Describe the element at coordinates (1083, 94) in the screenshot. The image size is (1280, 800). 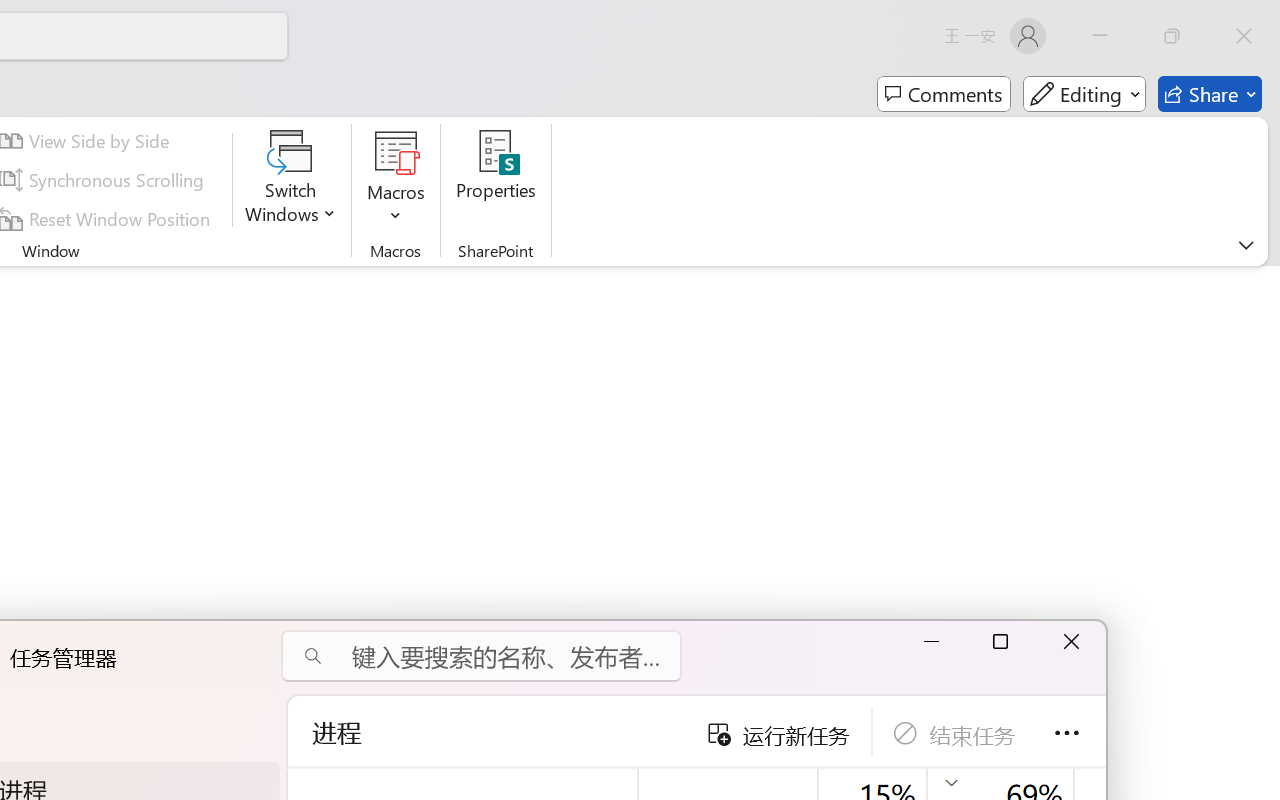
I see `'Mode'` at that location.